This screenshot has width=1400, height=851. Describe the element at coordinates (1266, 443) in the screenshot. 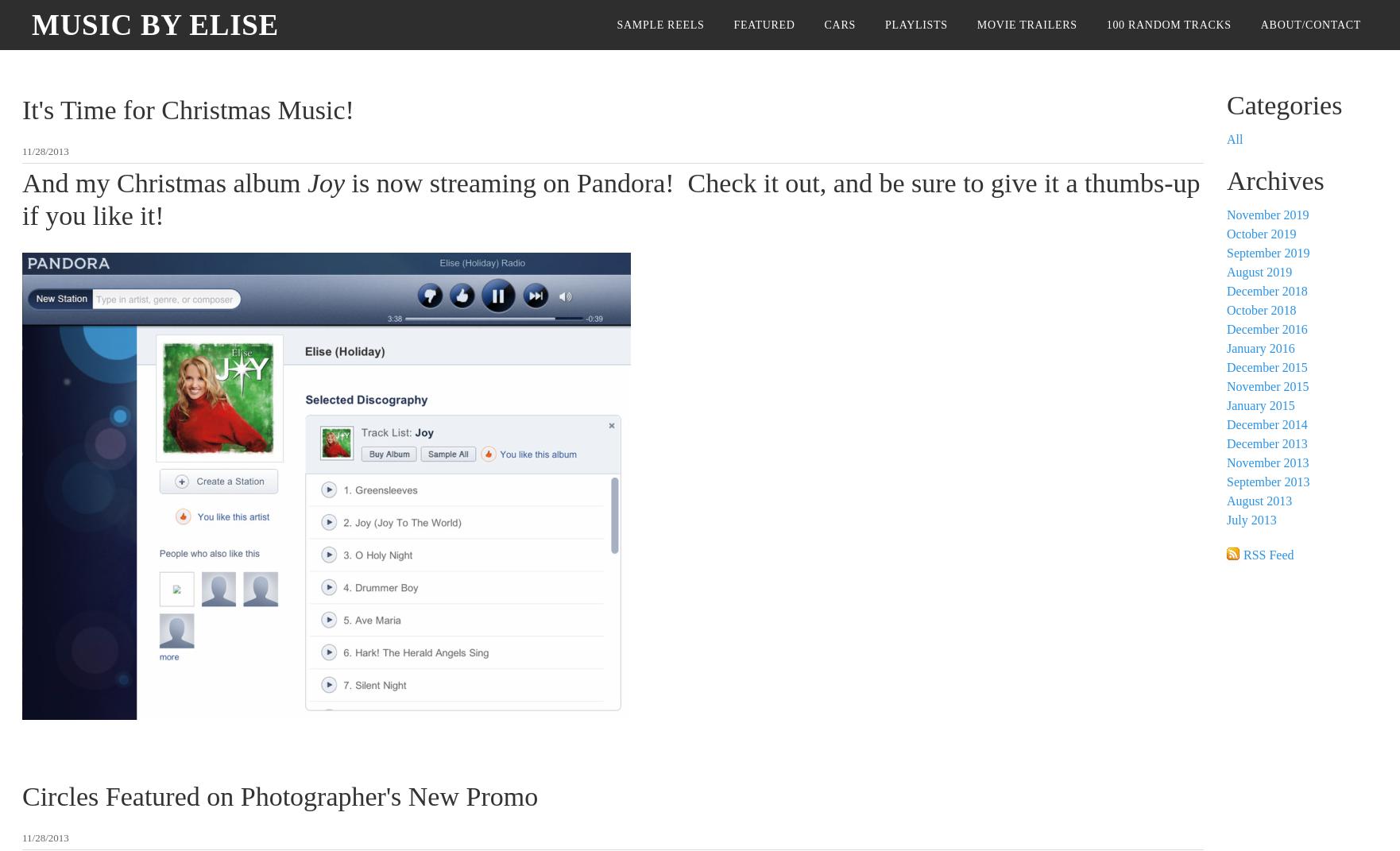

I see `'December 2013'` at that location.